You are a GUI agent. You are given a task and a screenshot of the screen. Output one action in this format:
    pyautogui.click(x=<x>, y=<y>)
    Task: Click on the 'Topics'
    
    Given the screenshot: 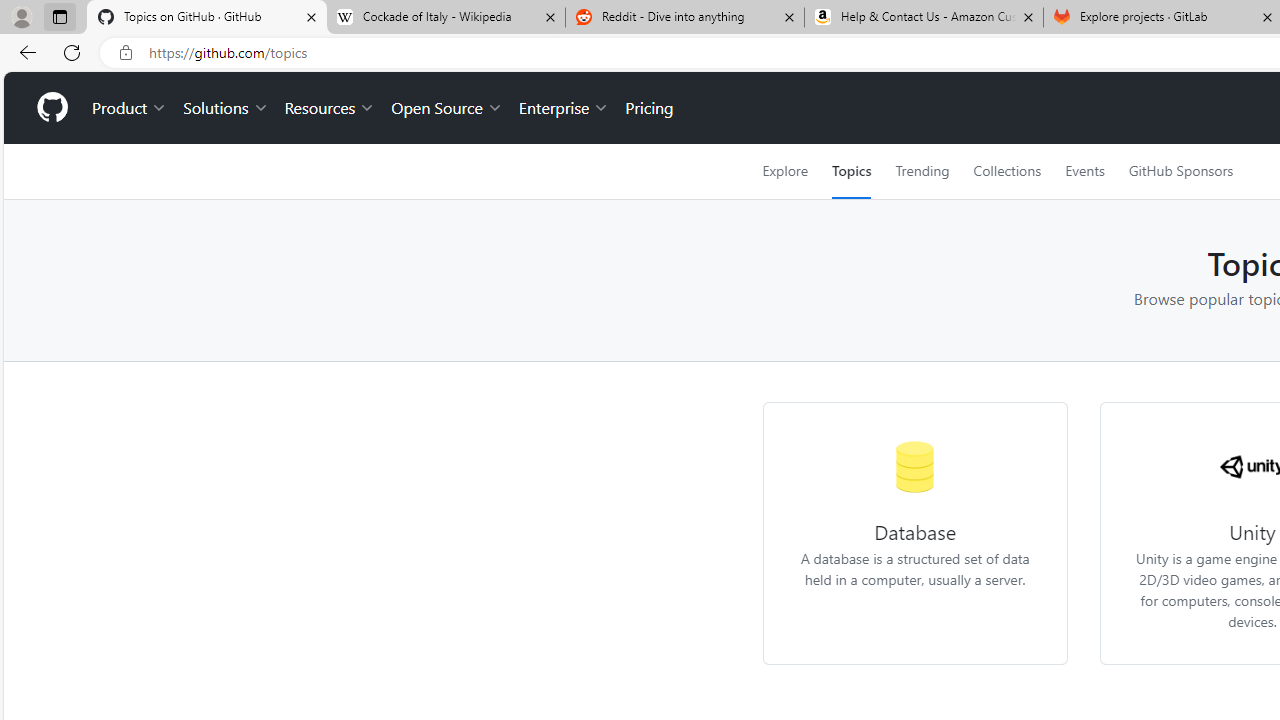 What is the action you would take?
    pyautogui.click(x=851, y=170)
    